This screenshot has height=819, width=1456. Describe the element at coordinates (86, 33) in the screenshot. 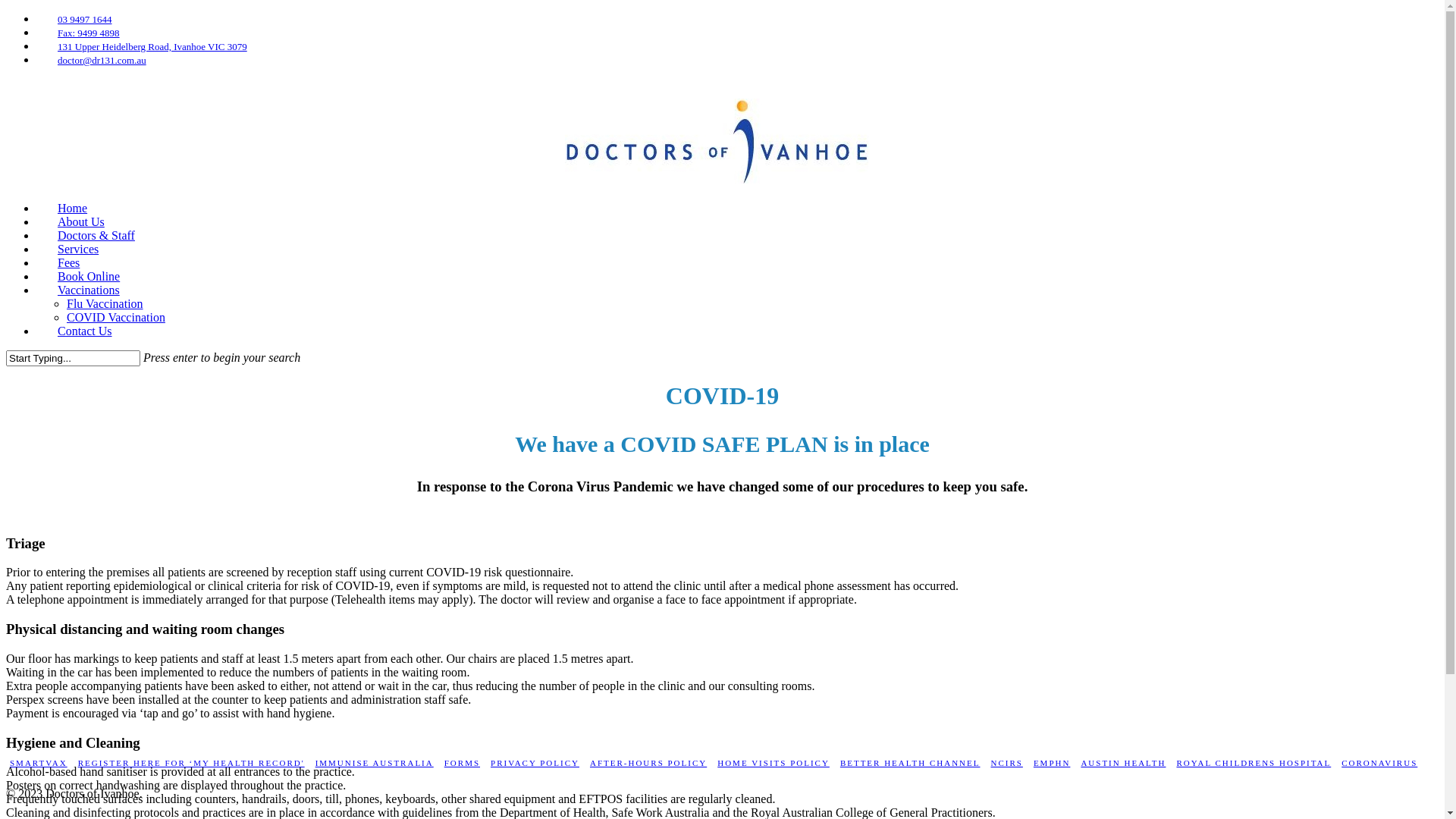

I see `'Fax: 9499 4898'` at that location.